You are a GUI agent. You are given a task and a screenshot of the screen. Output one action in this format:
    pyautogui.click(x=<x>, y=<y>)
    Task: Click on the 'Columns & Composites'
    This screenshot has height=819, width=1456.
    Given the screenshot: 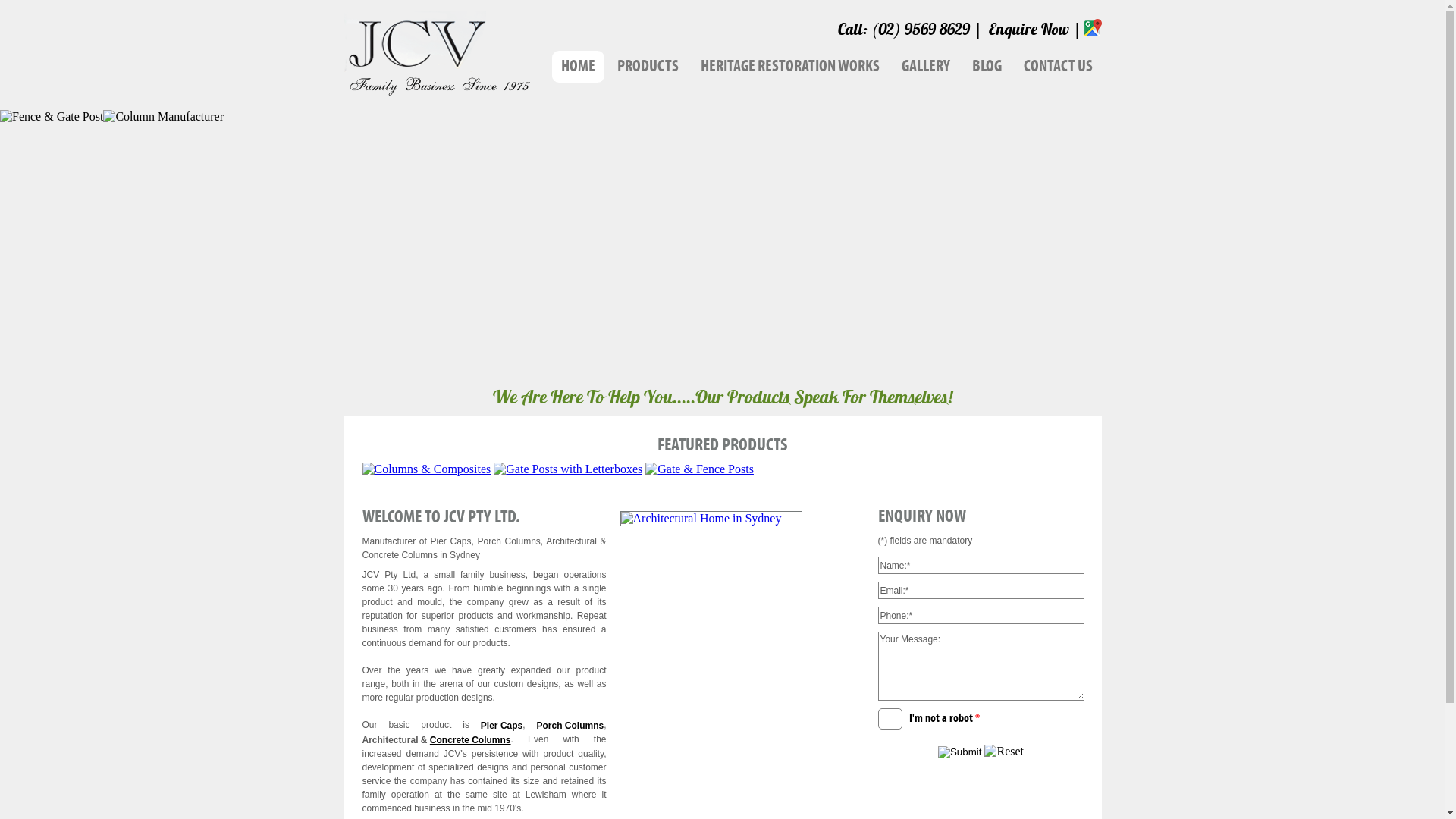 What is the action you would take?
    pyautogui.click(x=425, y=468)
    